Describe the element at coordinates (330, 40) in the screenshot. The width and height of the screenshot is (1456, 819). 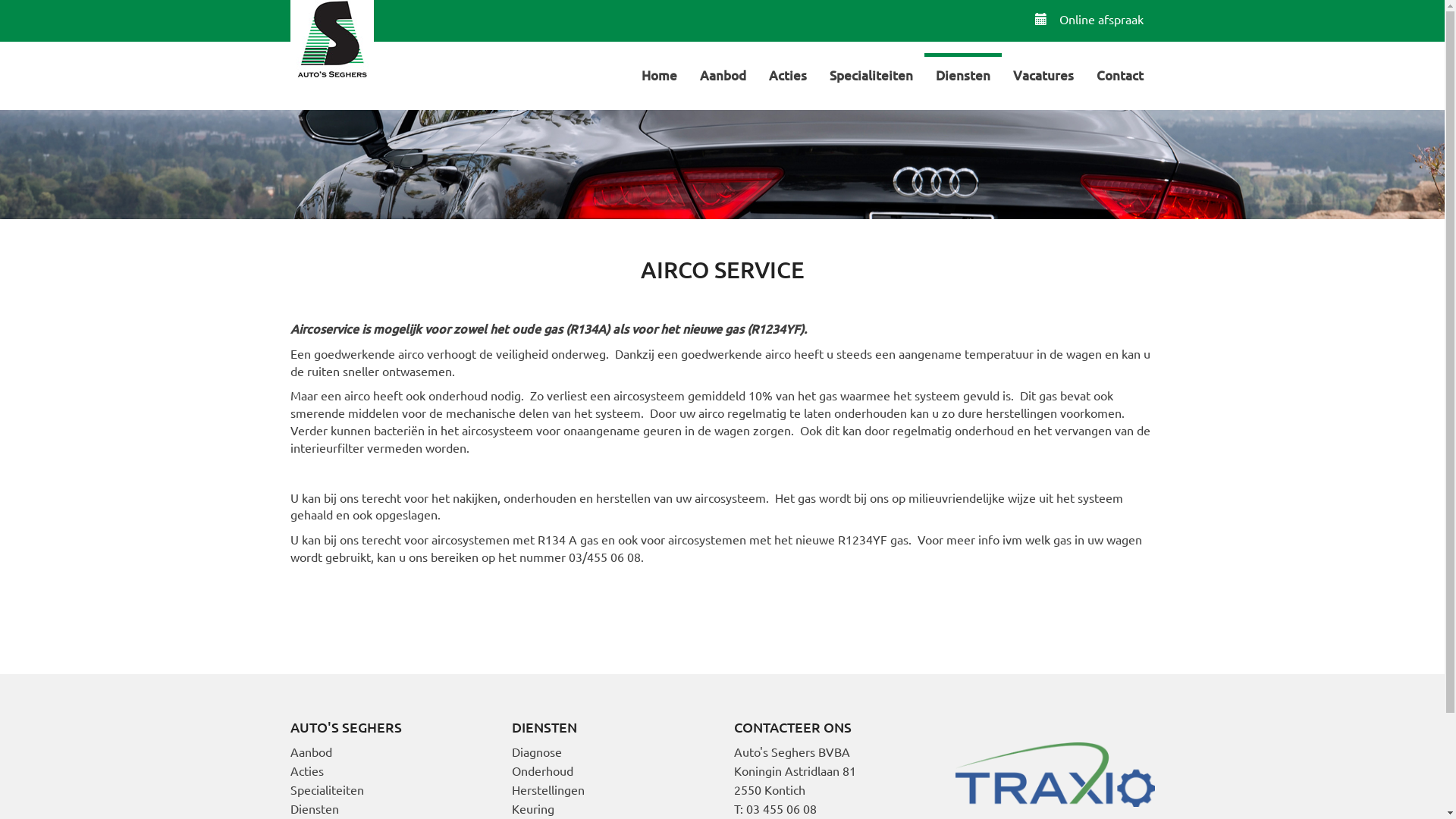
I see `'home'` at that location.